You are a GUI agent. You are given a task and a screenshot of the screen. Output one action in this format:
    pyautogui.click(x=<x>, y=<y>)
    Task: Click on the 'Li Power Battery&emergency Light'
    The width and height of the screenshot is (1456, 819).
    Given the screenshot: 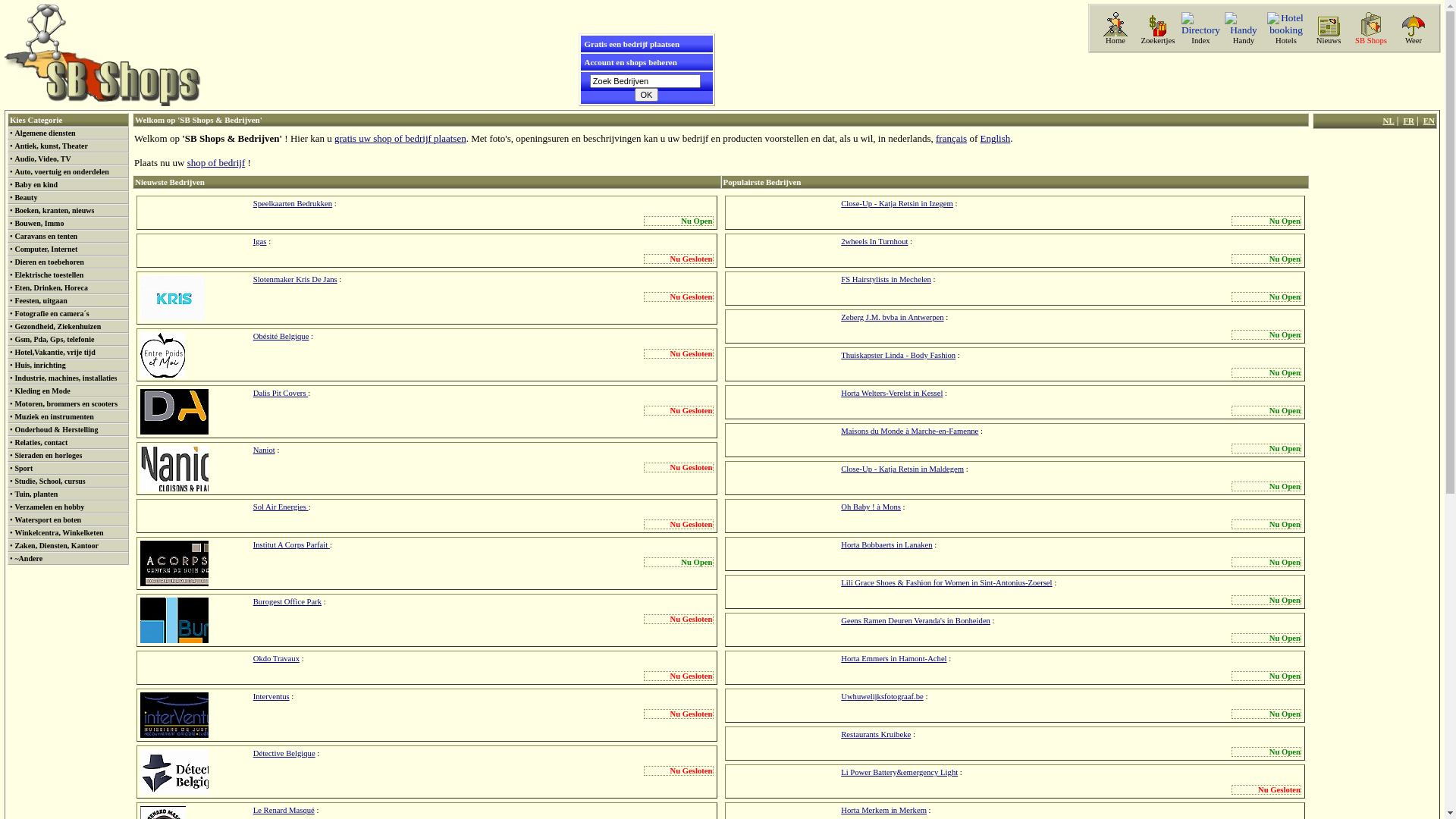 What is the action you would take?
    pyautogui.click(x=899, y=772)
    